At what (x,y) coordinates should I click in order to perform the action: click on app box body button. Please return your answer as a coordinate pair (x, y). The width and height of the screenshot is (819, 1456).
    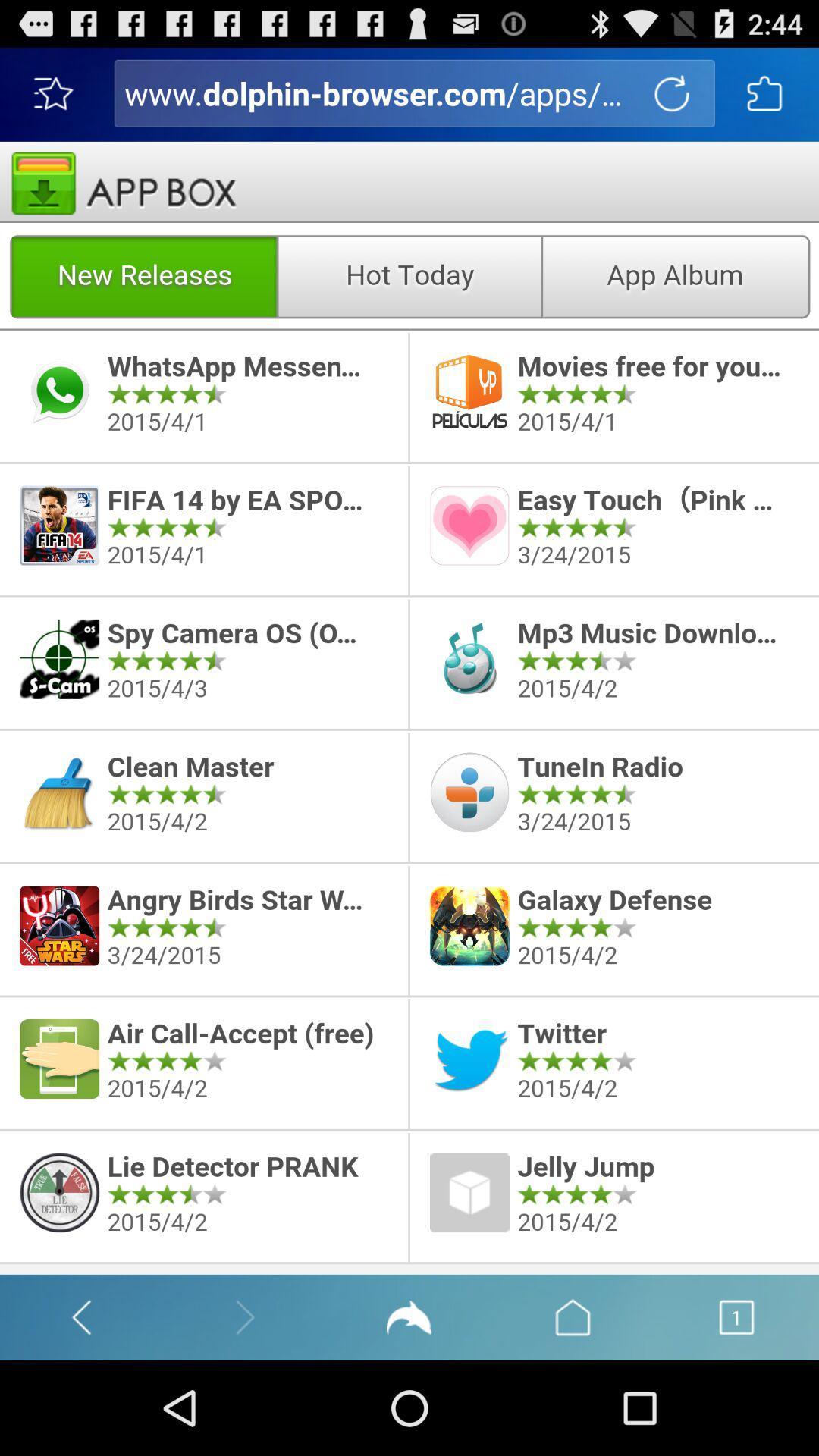
    Looking at the image, I should click on (409, 707).